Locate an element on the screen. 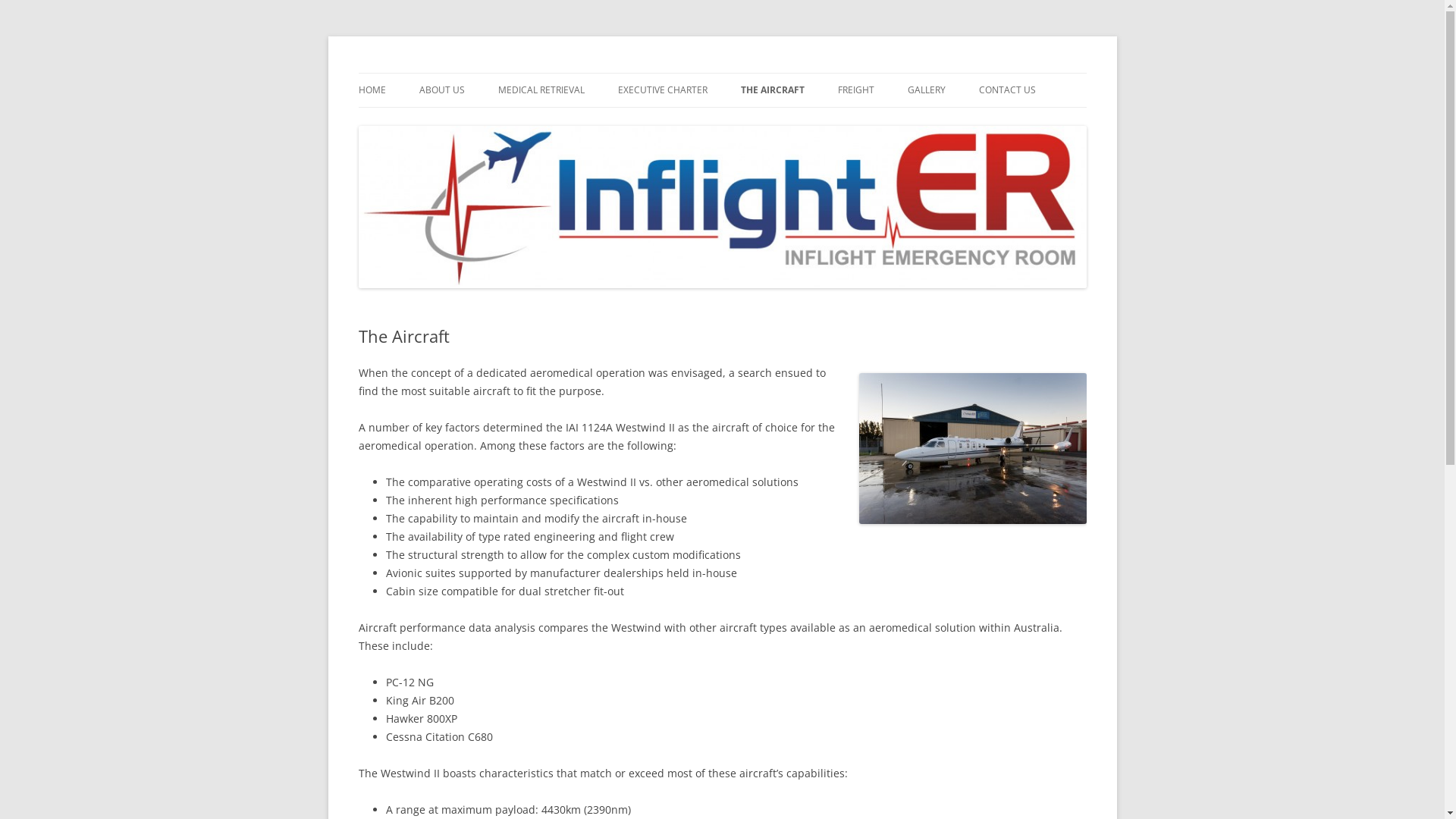  'GALLERY' is located at coordinates (924, 90).